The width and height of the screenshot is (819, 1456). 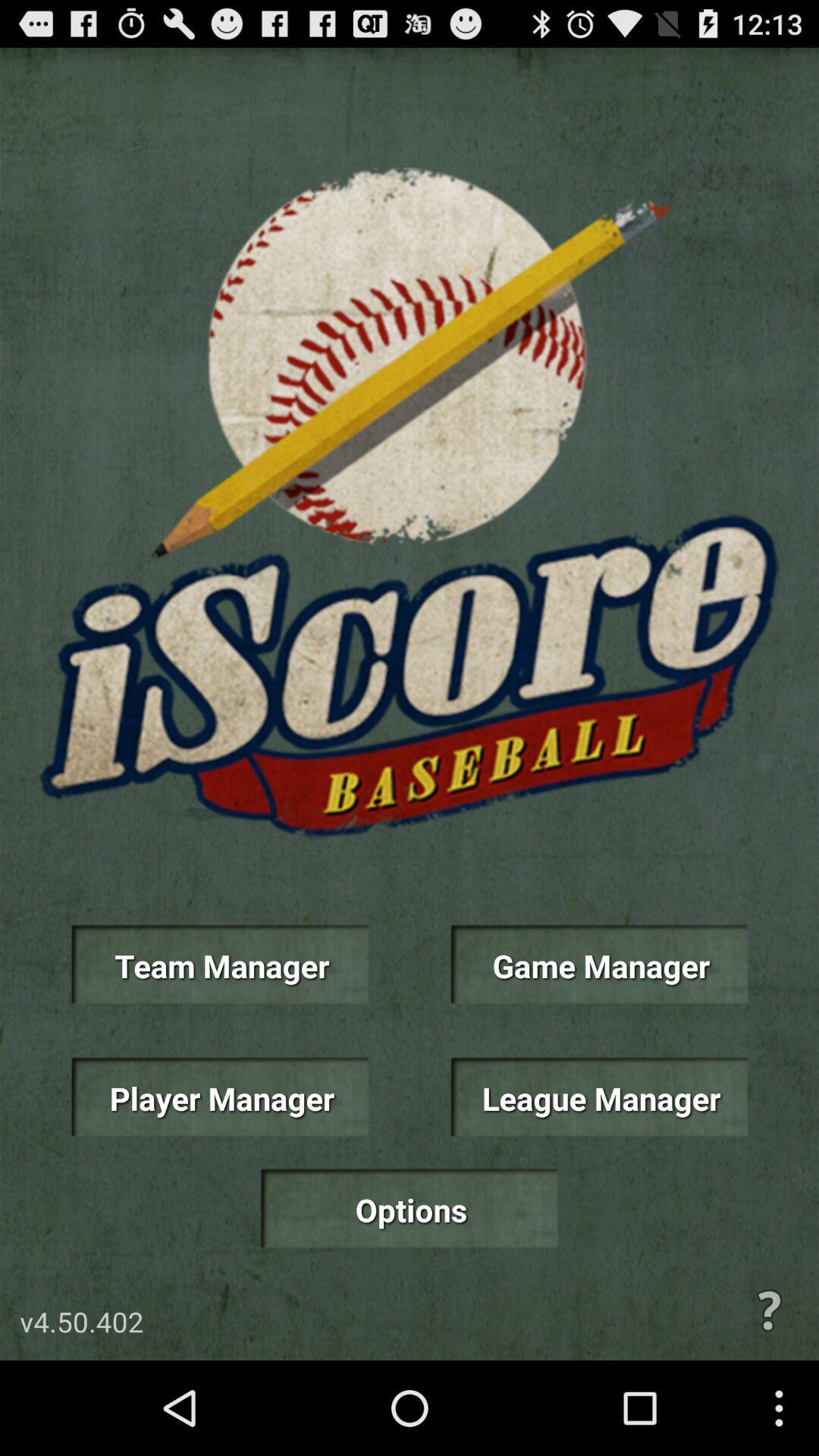 What do you see at coordinates (219, 964) in the screenshot?
I see `the team manager` at bounding box center [219, 964].